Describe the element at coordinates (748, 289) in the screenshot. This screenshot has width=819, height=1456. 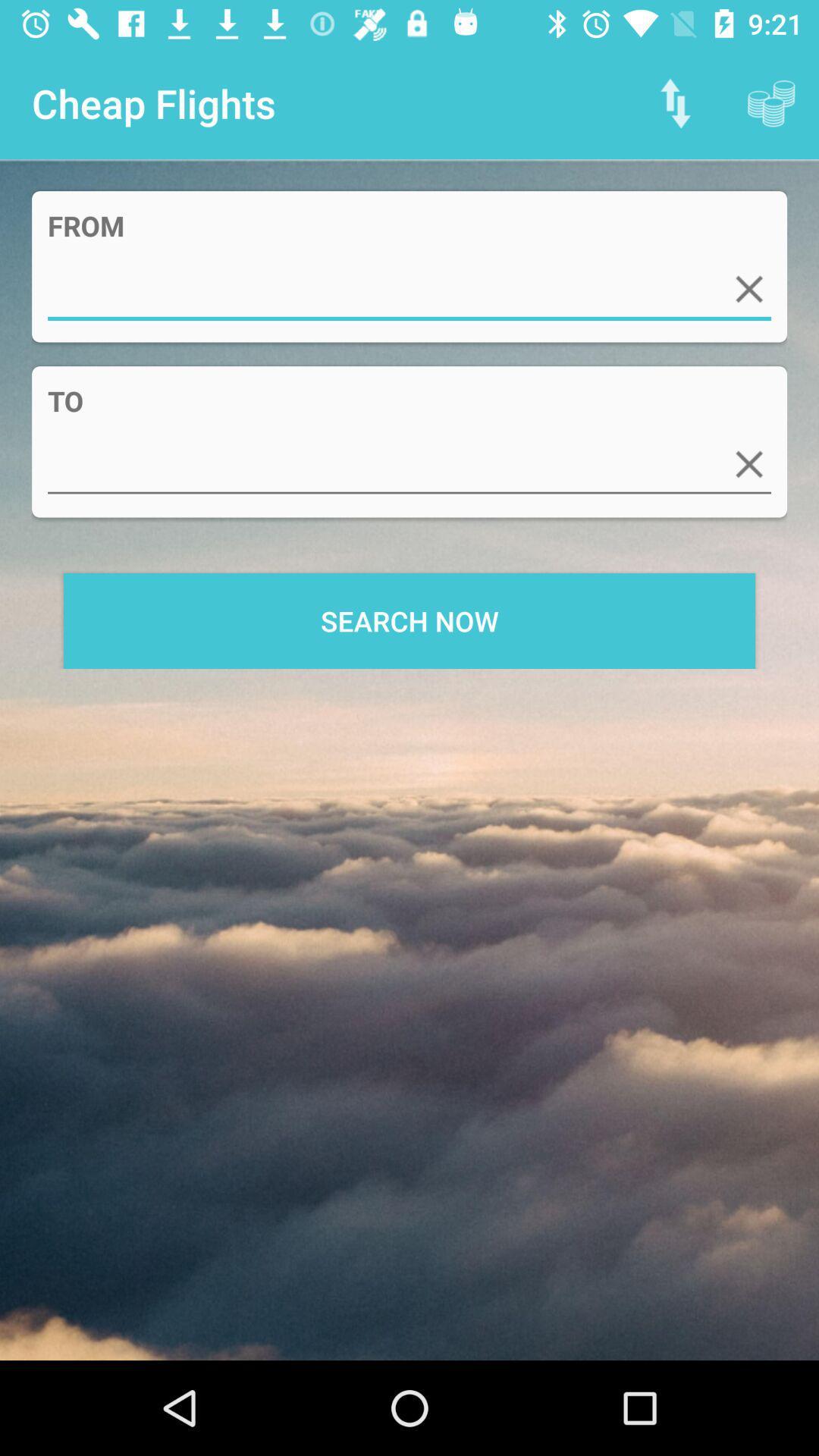
I see `out this box` at that location.